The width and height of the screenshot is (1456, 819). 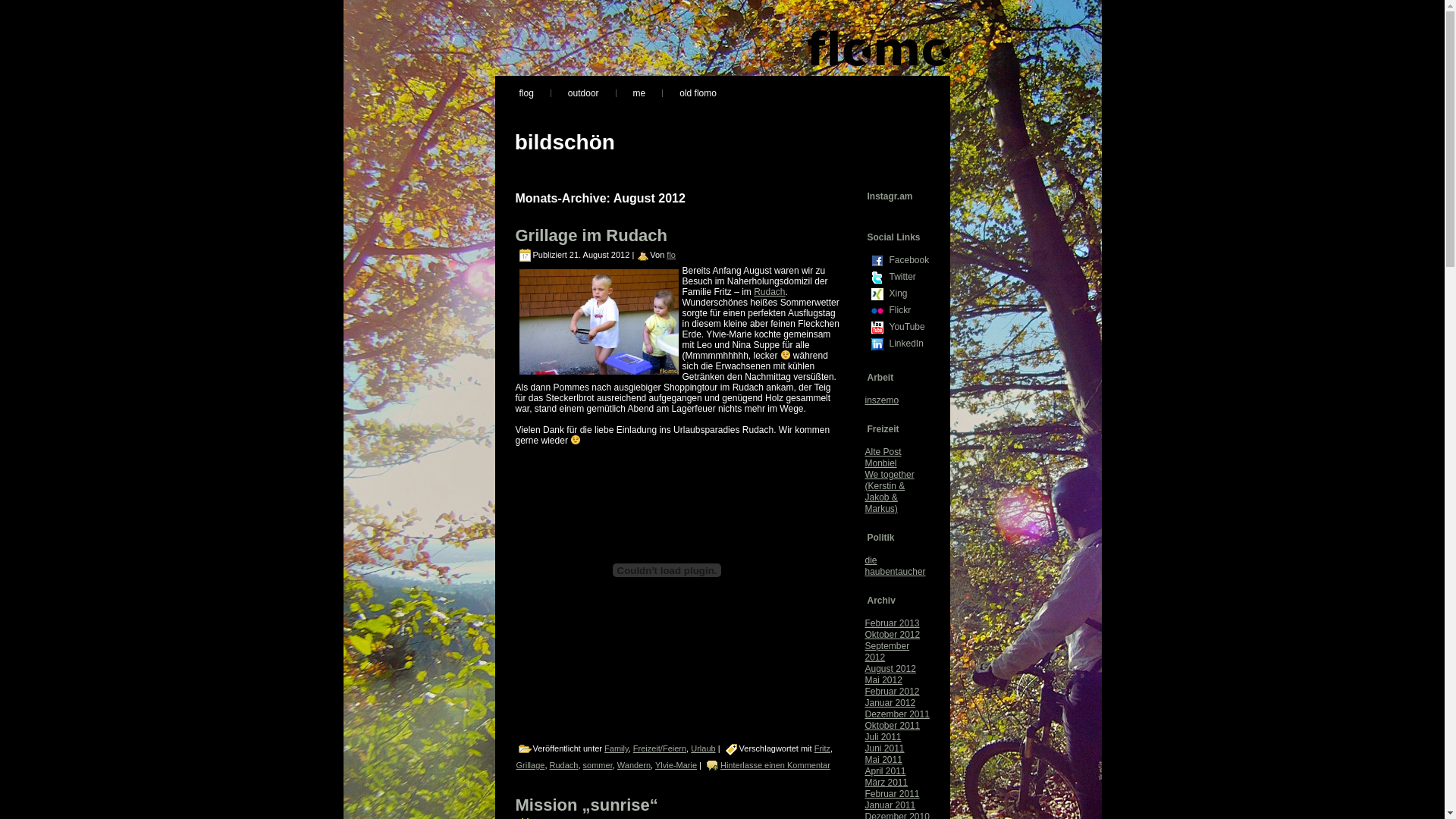 What do you see at coordinates (896, 714) in the screenshot?
I see `'Dezember 2011'` at bounding box center [896, 714].